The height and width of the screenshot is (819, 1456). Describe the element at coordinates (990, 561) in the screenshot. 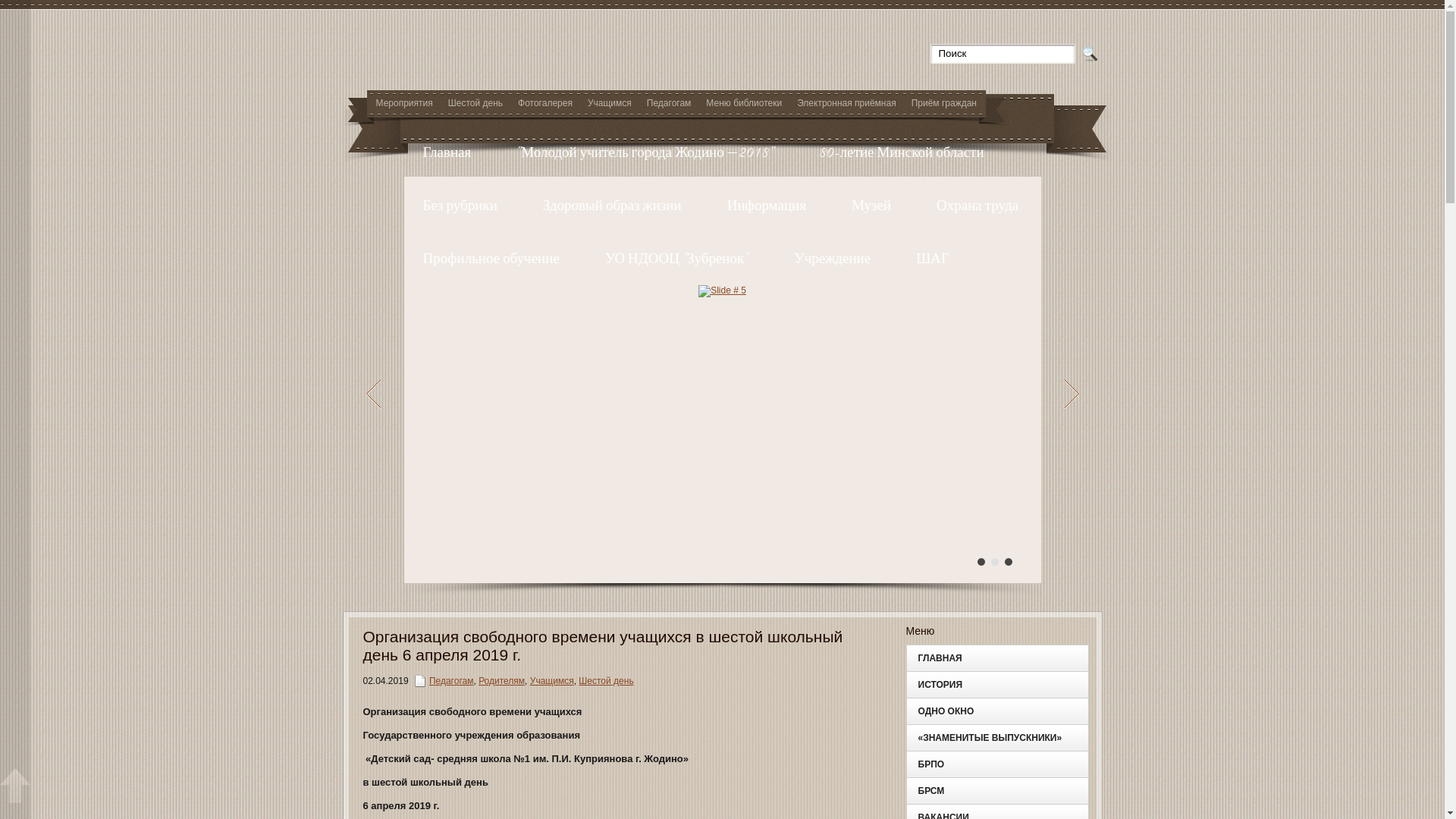

I see `'2'` at that location.